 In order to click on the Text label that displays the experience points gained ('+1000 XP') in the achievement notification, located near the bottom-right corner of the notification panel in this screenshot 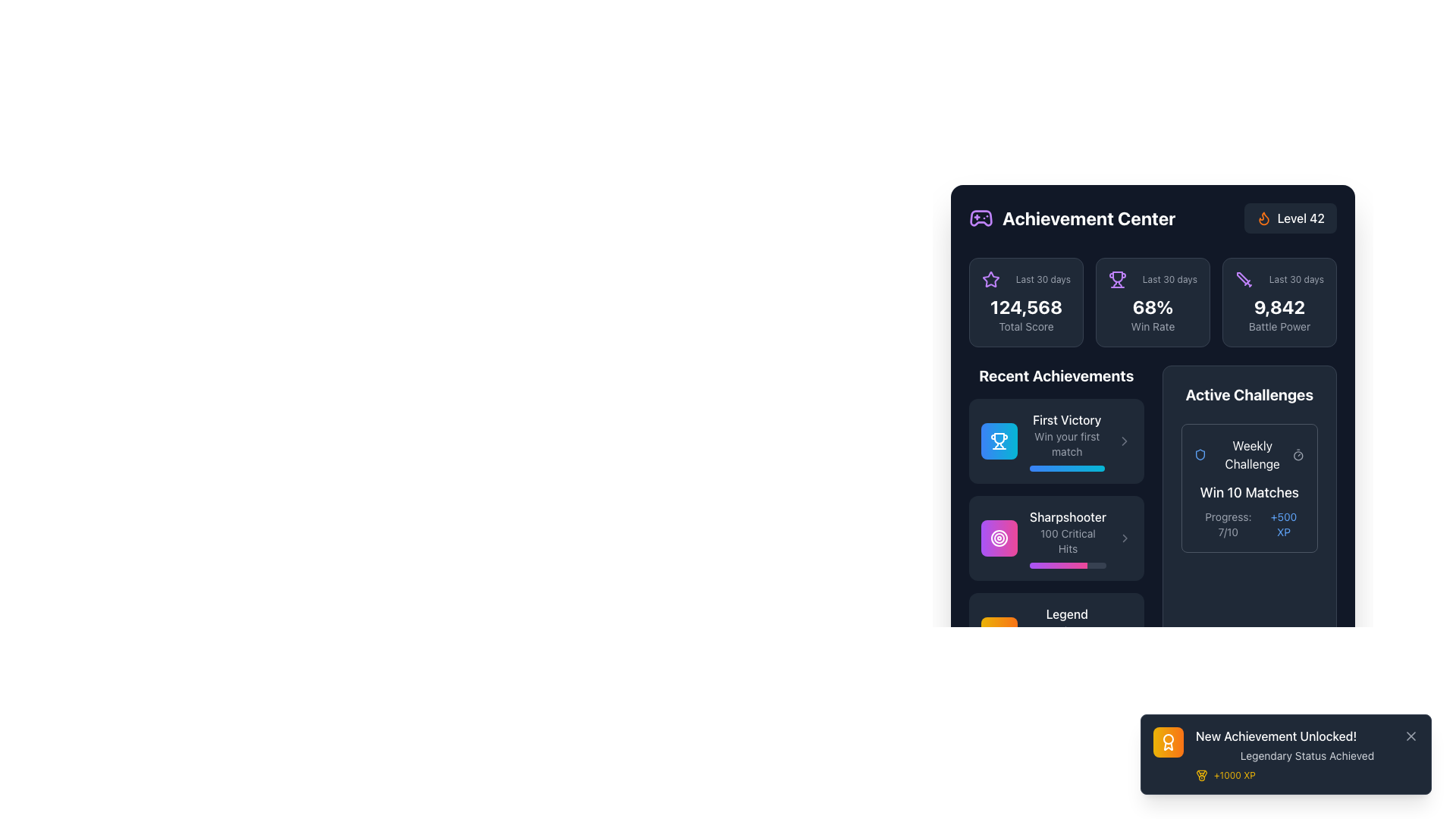, I will do `click(1235, 775)`.